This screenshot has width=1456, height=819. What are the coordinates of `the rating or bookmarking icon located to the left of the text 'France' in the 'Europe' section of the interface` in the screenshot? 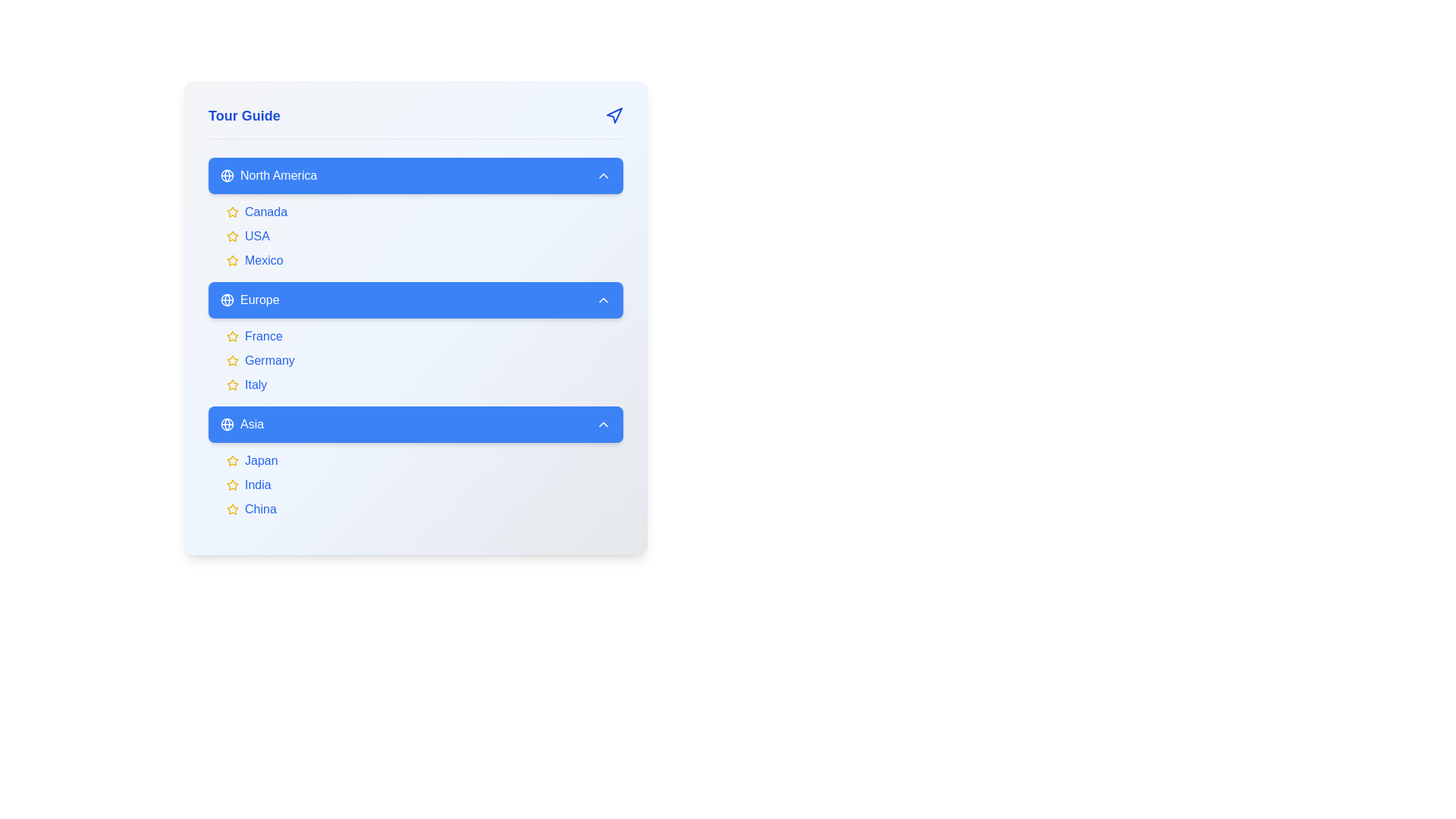 It's located at (232, 335).